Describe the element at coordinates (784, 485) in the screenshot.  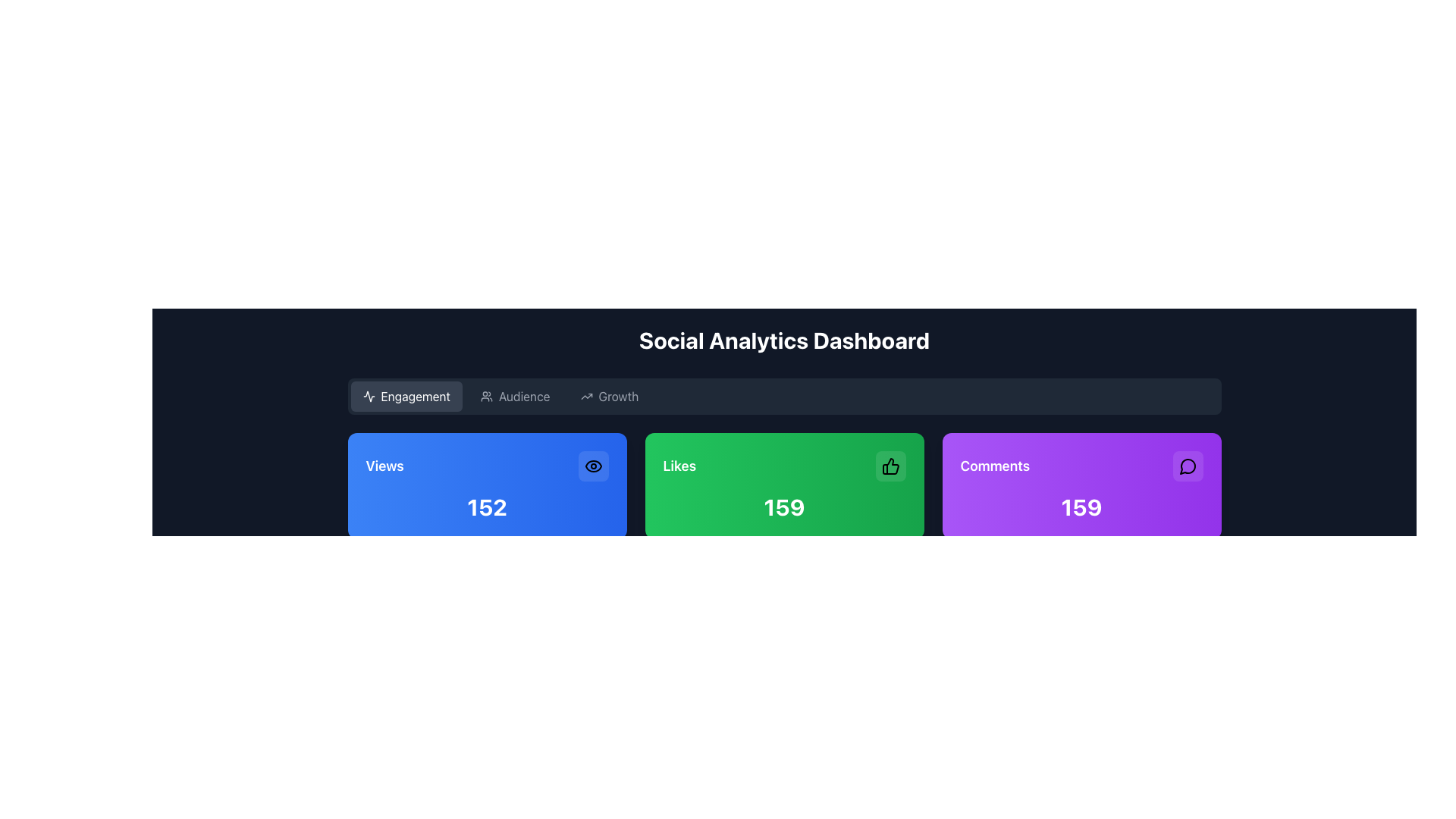
I see `the central card displaying 'Likes' with the thumbs-up icon in the three-column layout` at that location.